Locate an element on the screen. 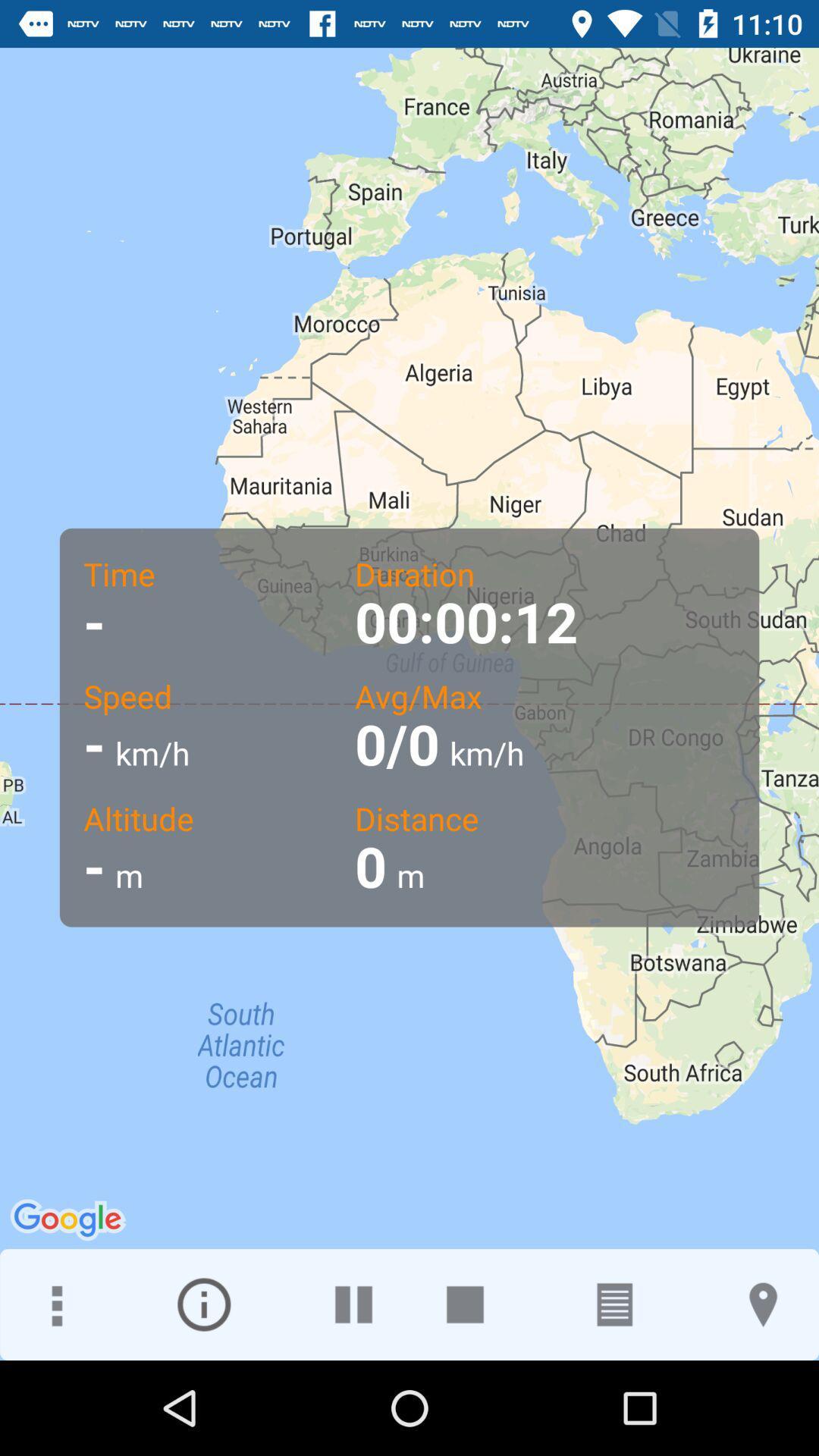  the icon below distance is located at coordinates (763, 1304).